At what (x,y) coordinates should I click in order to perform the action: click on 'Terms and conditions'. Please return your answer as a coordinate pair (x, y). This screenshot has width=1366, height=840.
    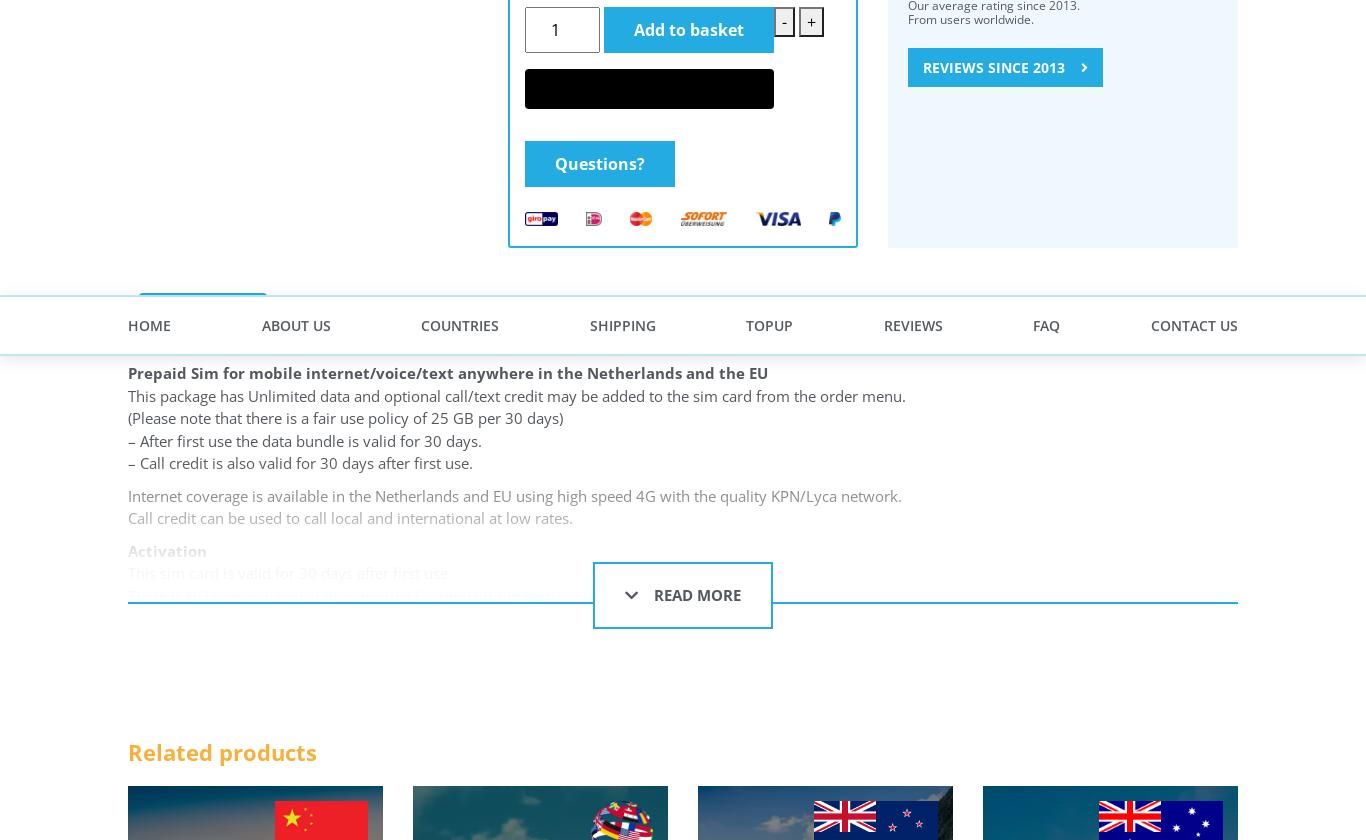
    Looking at the image, I should click on (581, 228).